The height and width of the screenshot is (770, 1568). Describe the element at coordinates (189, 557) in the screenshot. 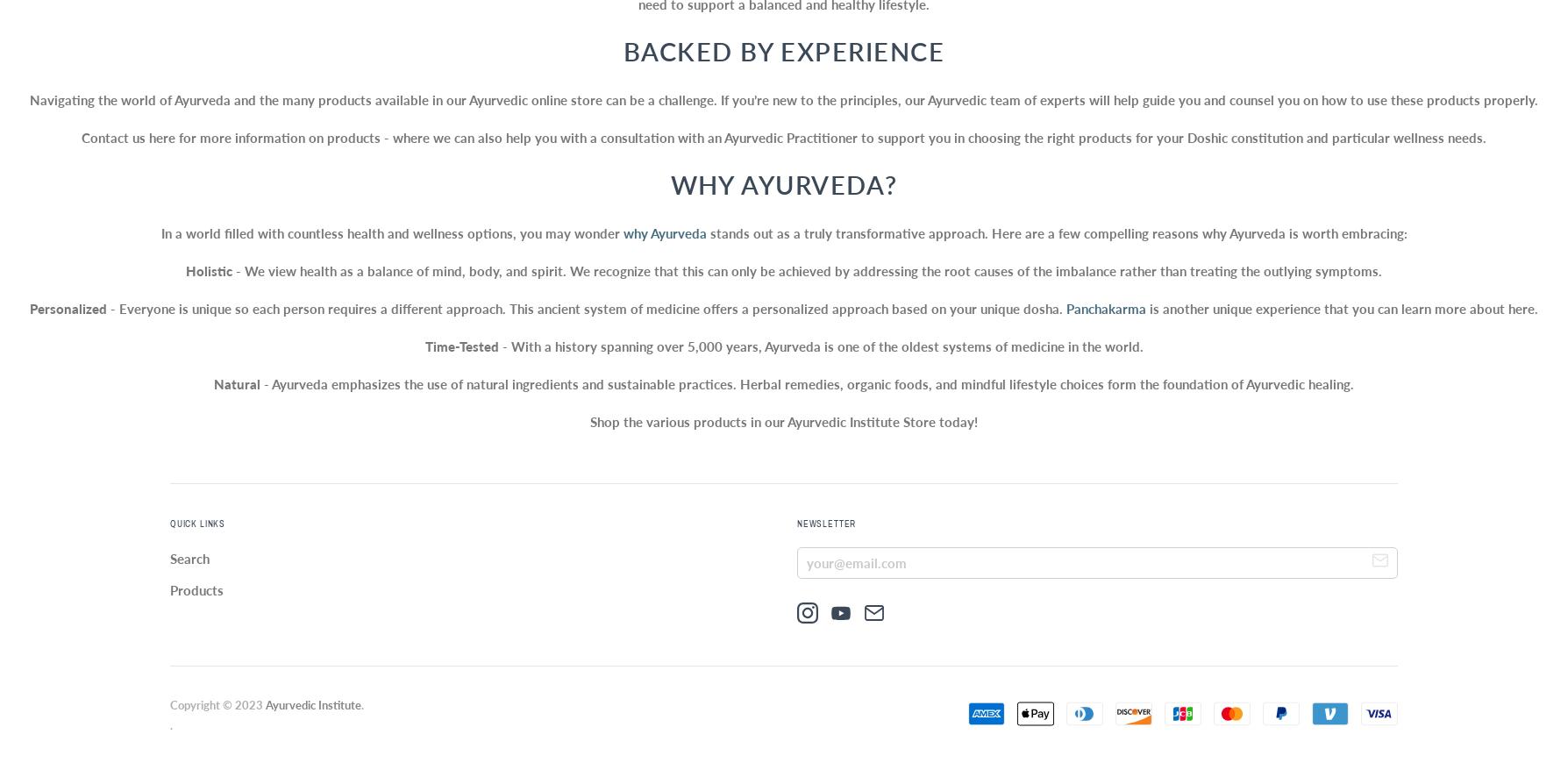

I see `'Search'` at that location.